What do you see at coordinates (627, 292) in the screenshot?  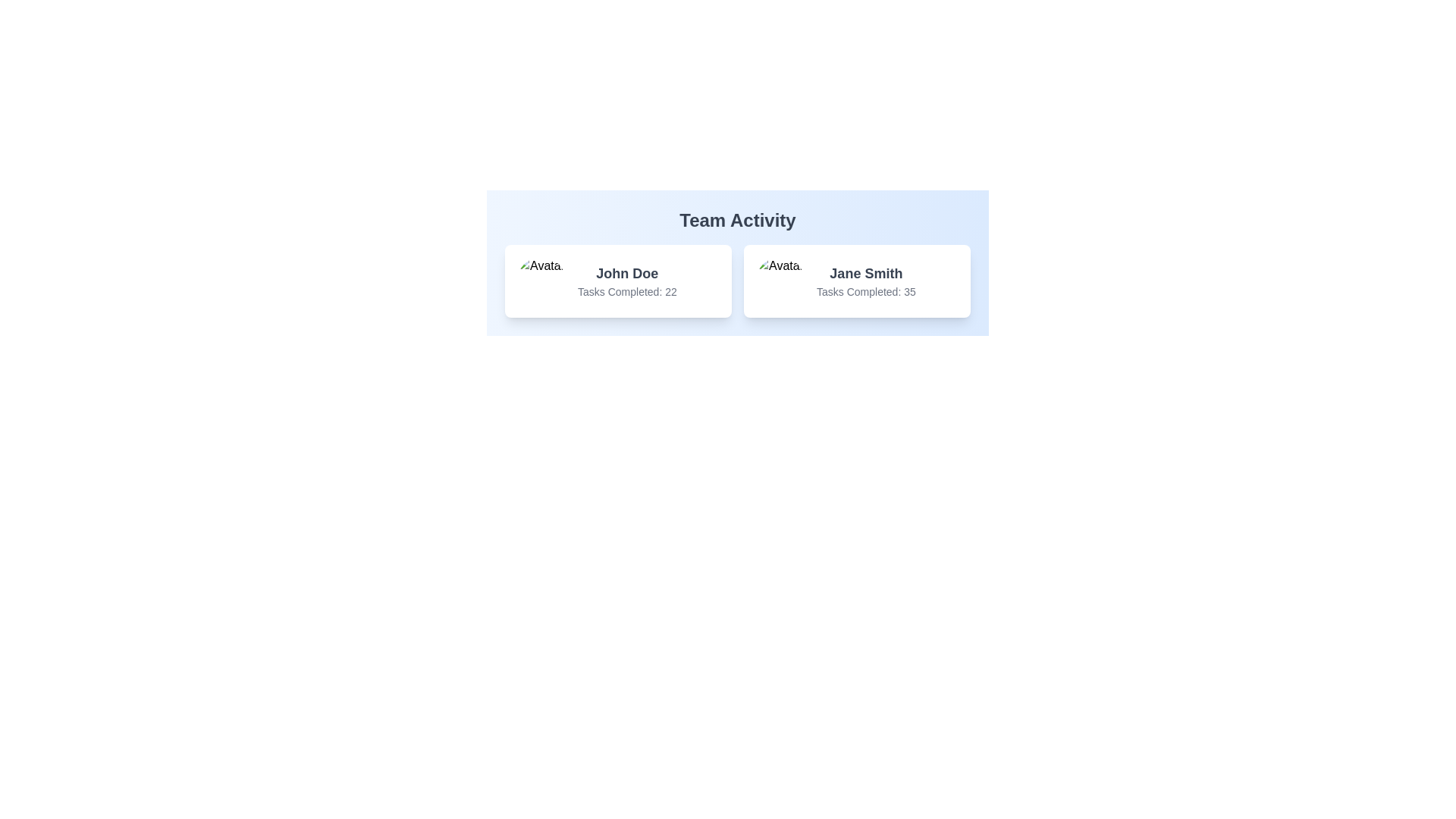 I see `the text label displaying the number of tasks completed by John Doe, positioned below his name in the Team Activity section` at bounding box center [627, 292].